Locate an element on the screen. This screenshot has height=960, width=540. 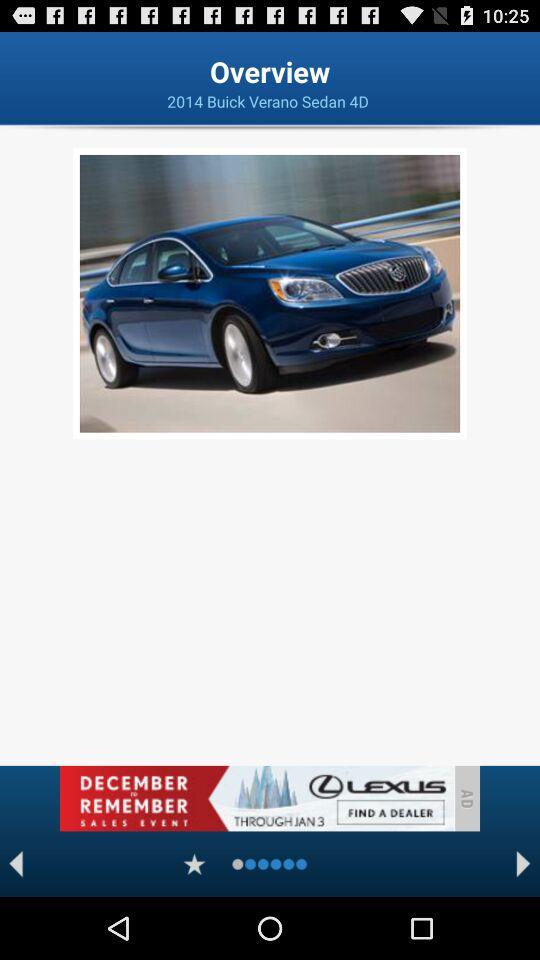
more is located at coordinates (194, 863).